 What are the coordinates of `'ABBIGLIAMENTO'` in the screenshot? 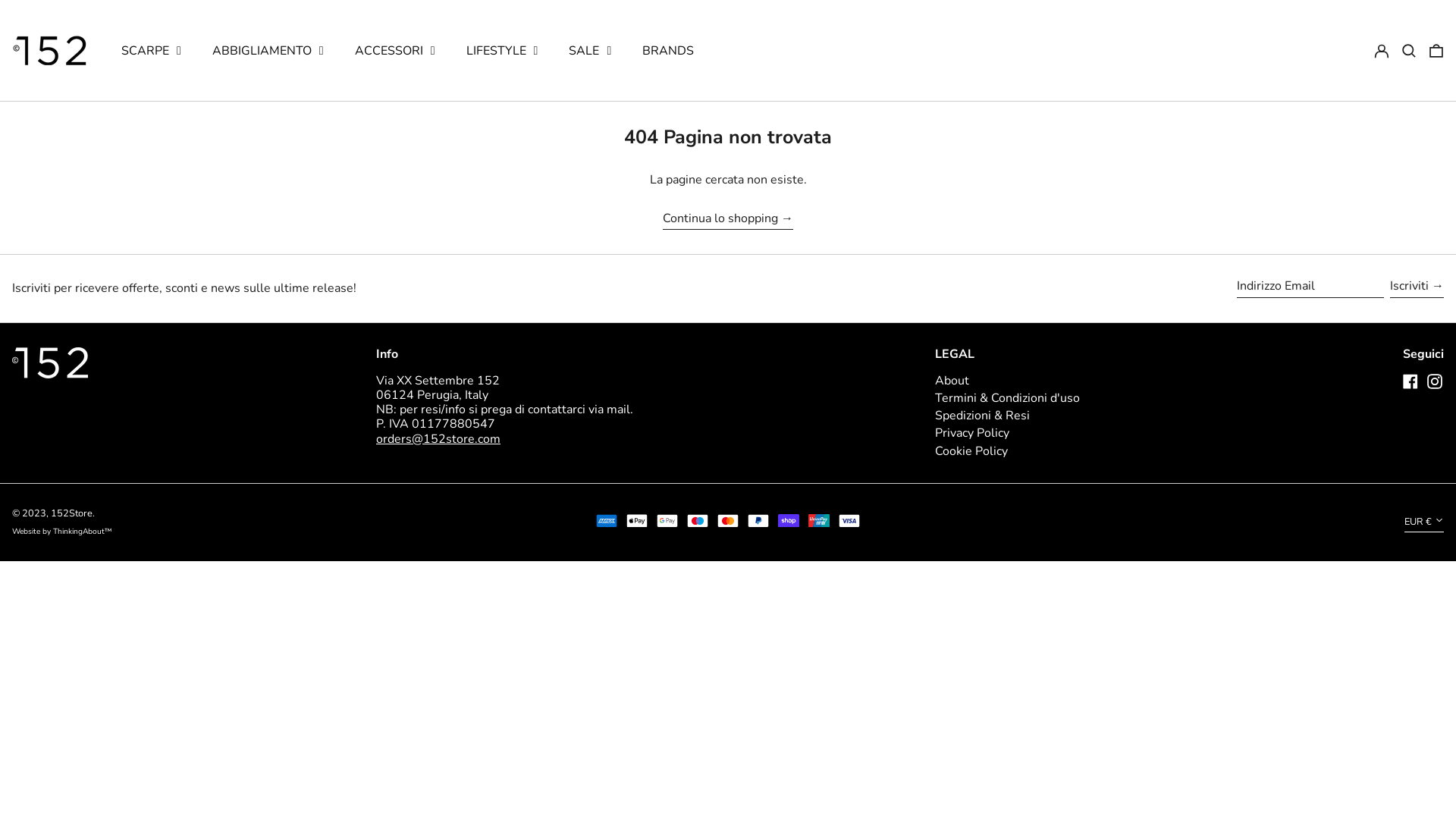 It's located at (268, 49).